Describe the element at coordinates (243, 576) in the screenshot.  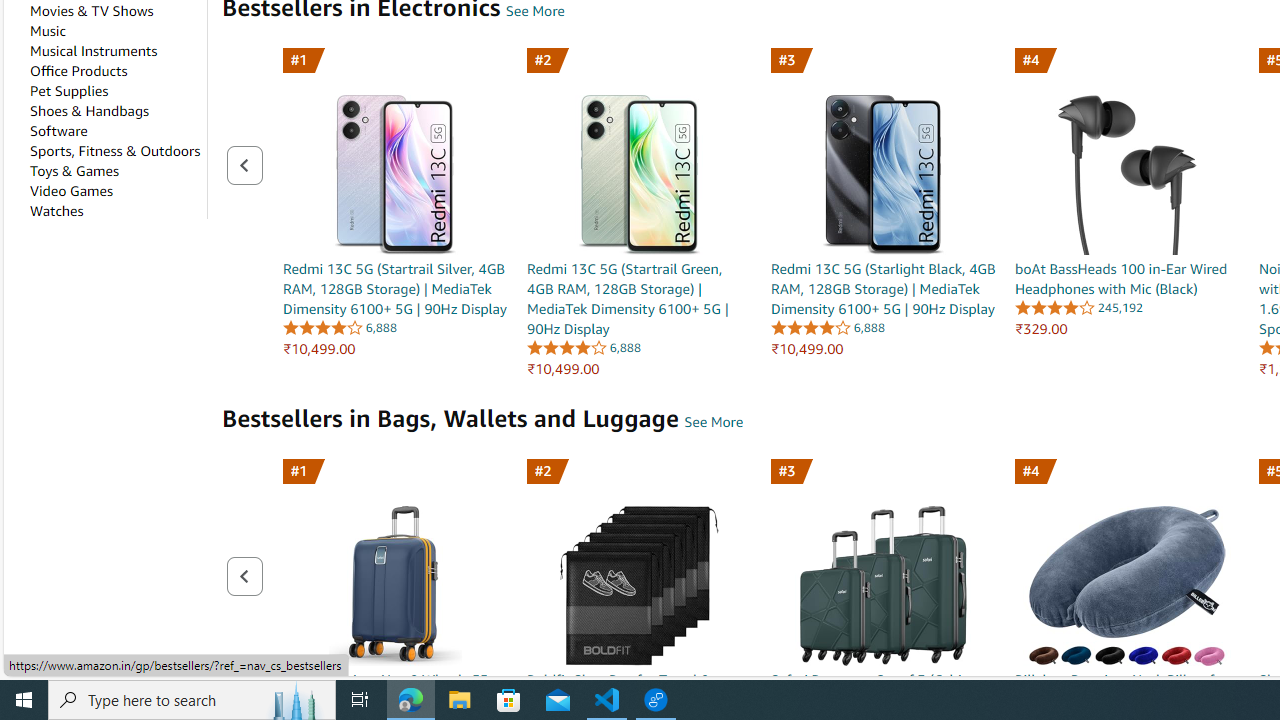
I see `'Previous page'` at that location.